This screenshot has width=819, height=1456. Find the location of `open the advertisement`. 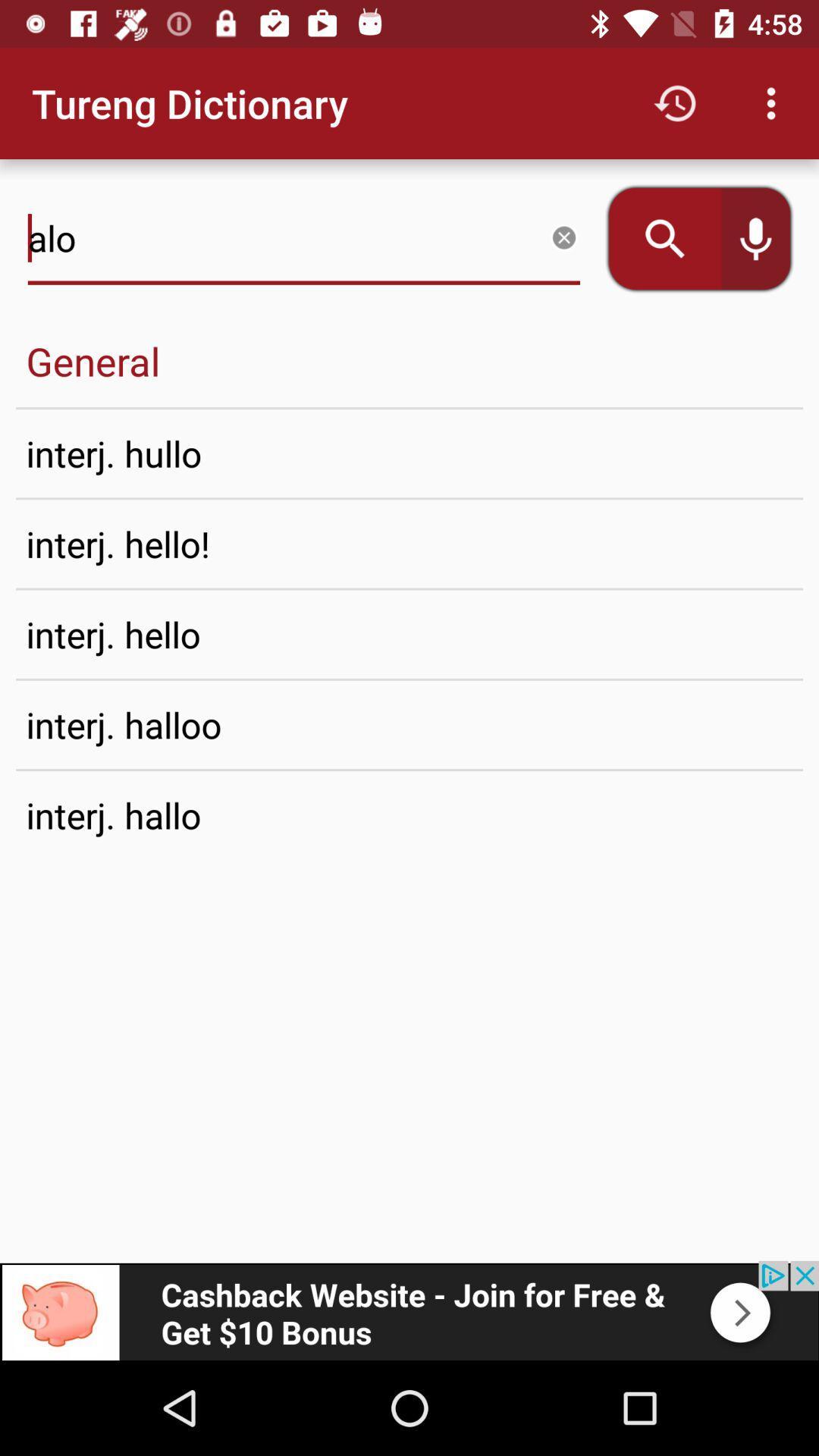

open the advertisement is located at coordinates (409, 1310).